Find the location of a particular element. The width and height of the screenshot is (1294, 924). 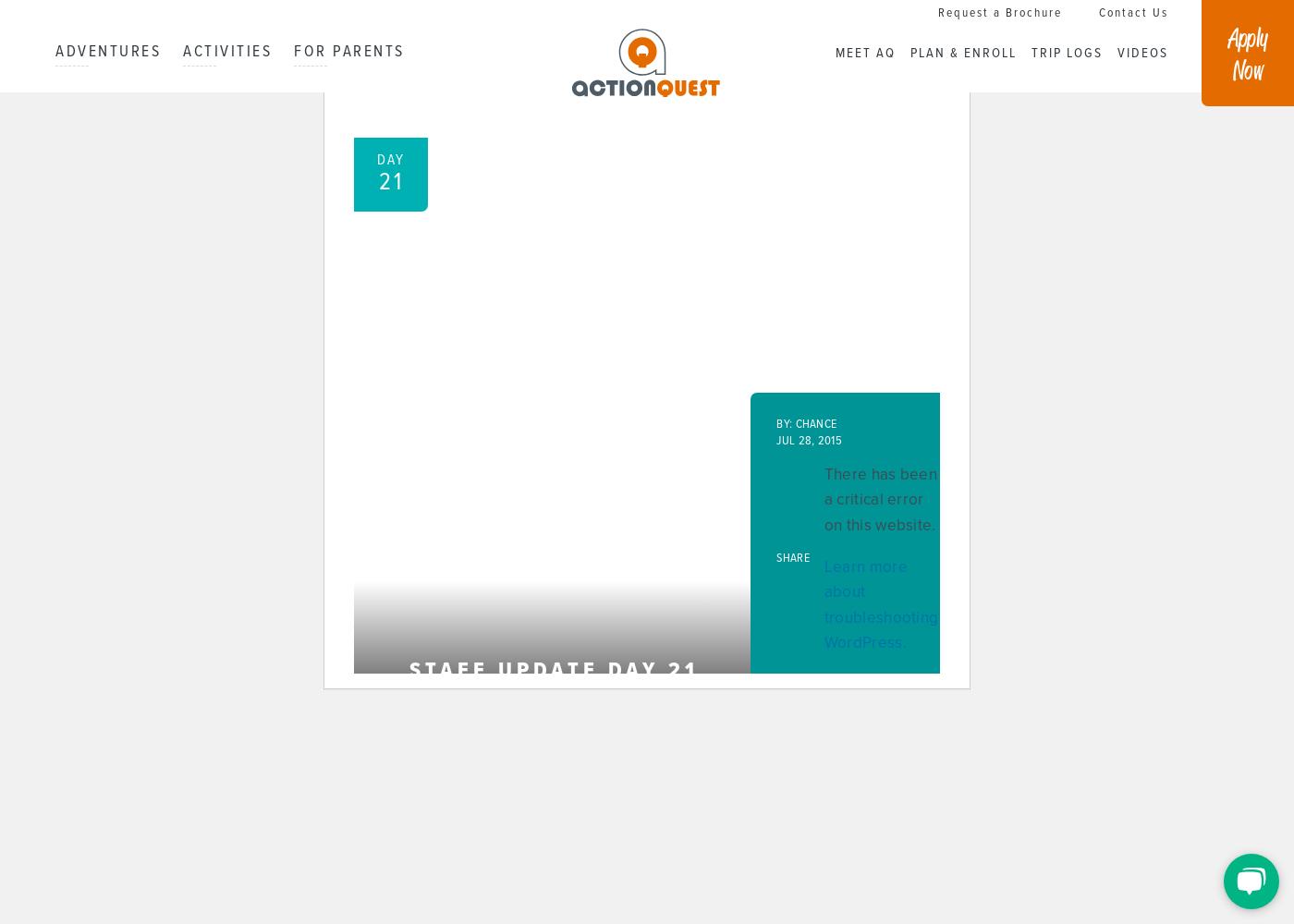

'Learn more about troubleshooting WordPress.' is located at coordinates (880, 604).